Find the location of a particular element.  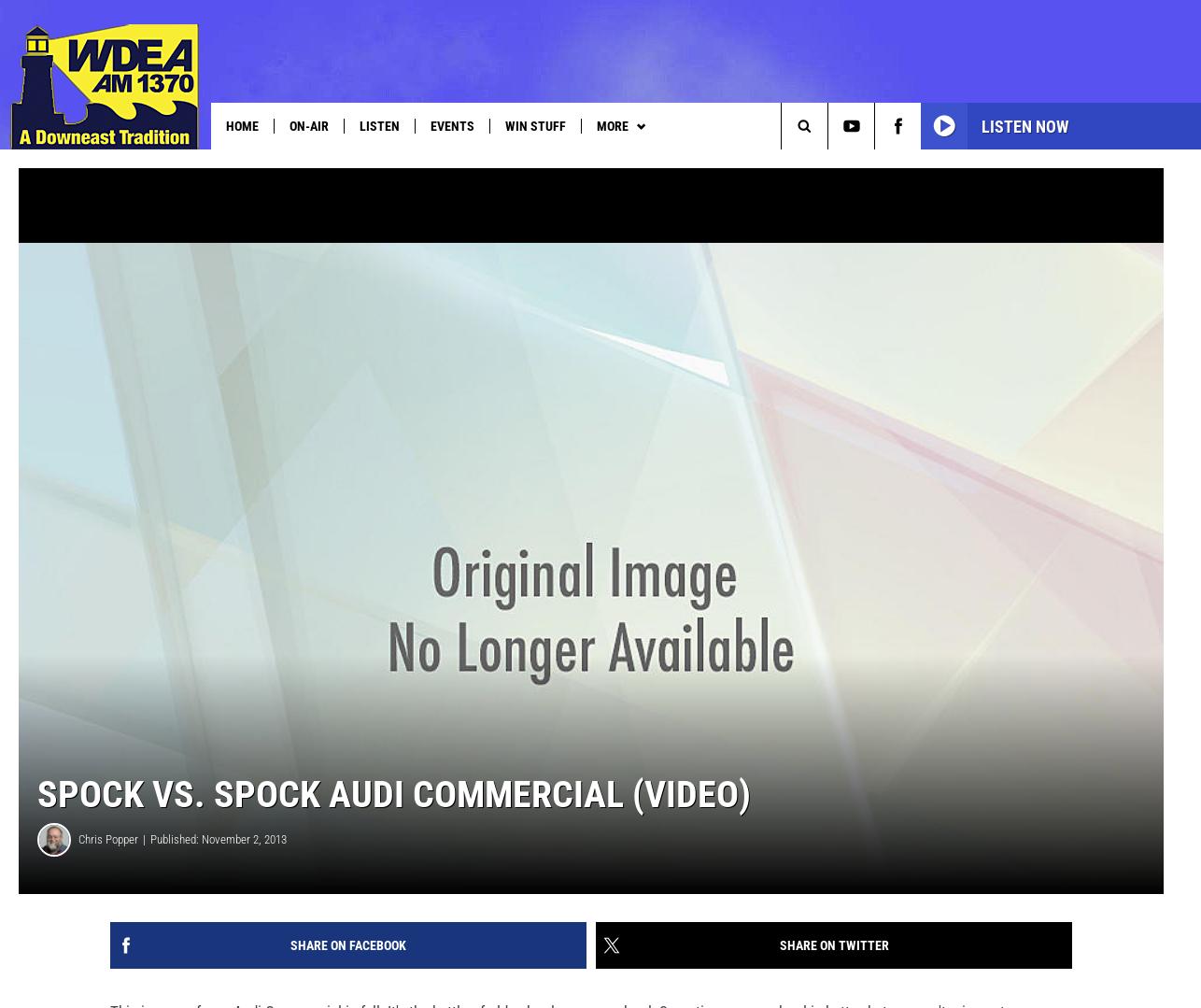

'On-Air' is located at coordinates (308, 124).